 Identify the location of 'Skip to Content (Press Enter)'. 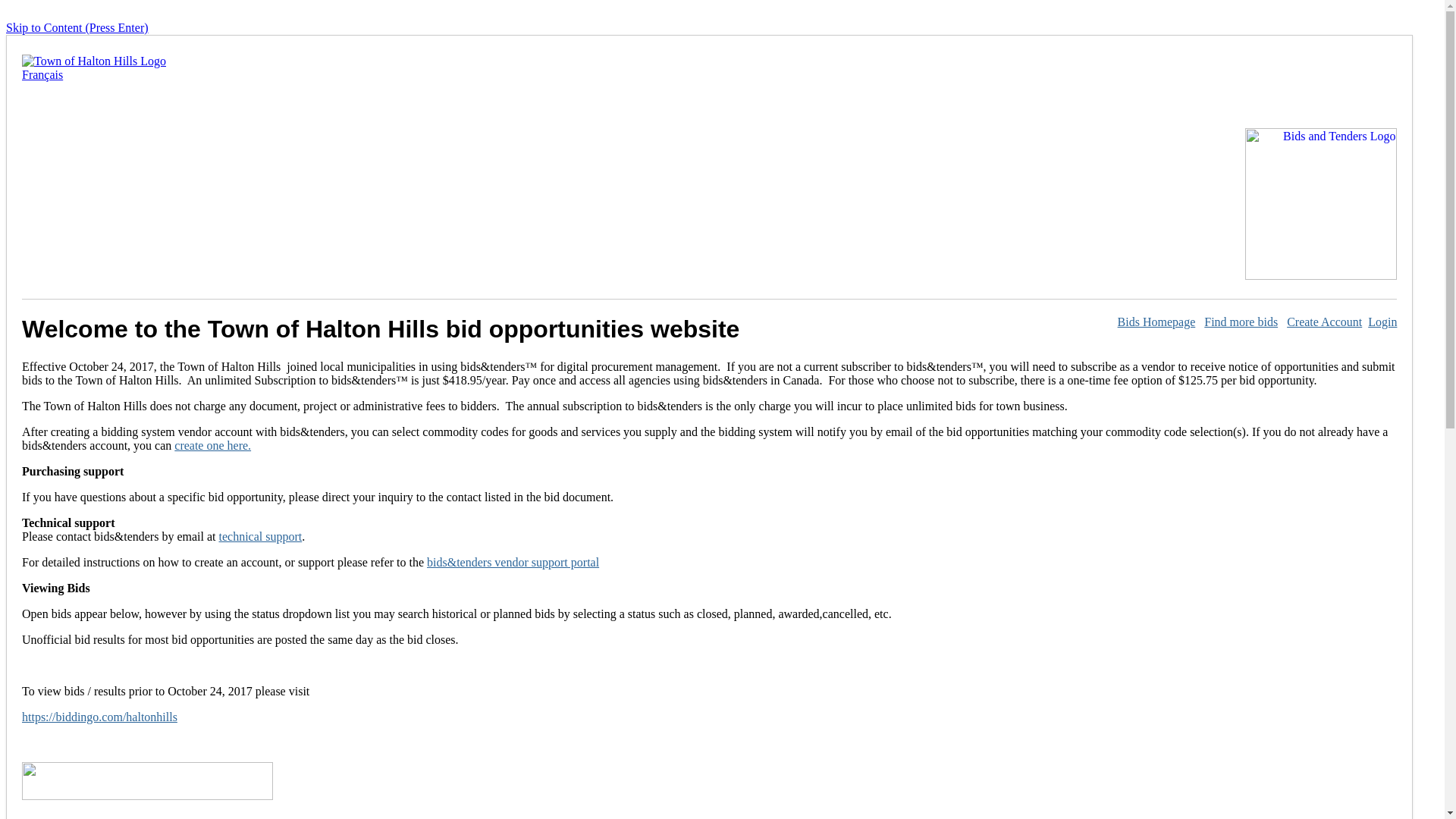
(76, 27).